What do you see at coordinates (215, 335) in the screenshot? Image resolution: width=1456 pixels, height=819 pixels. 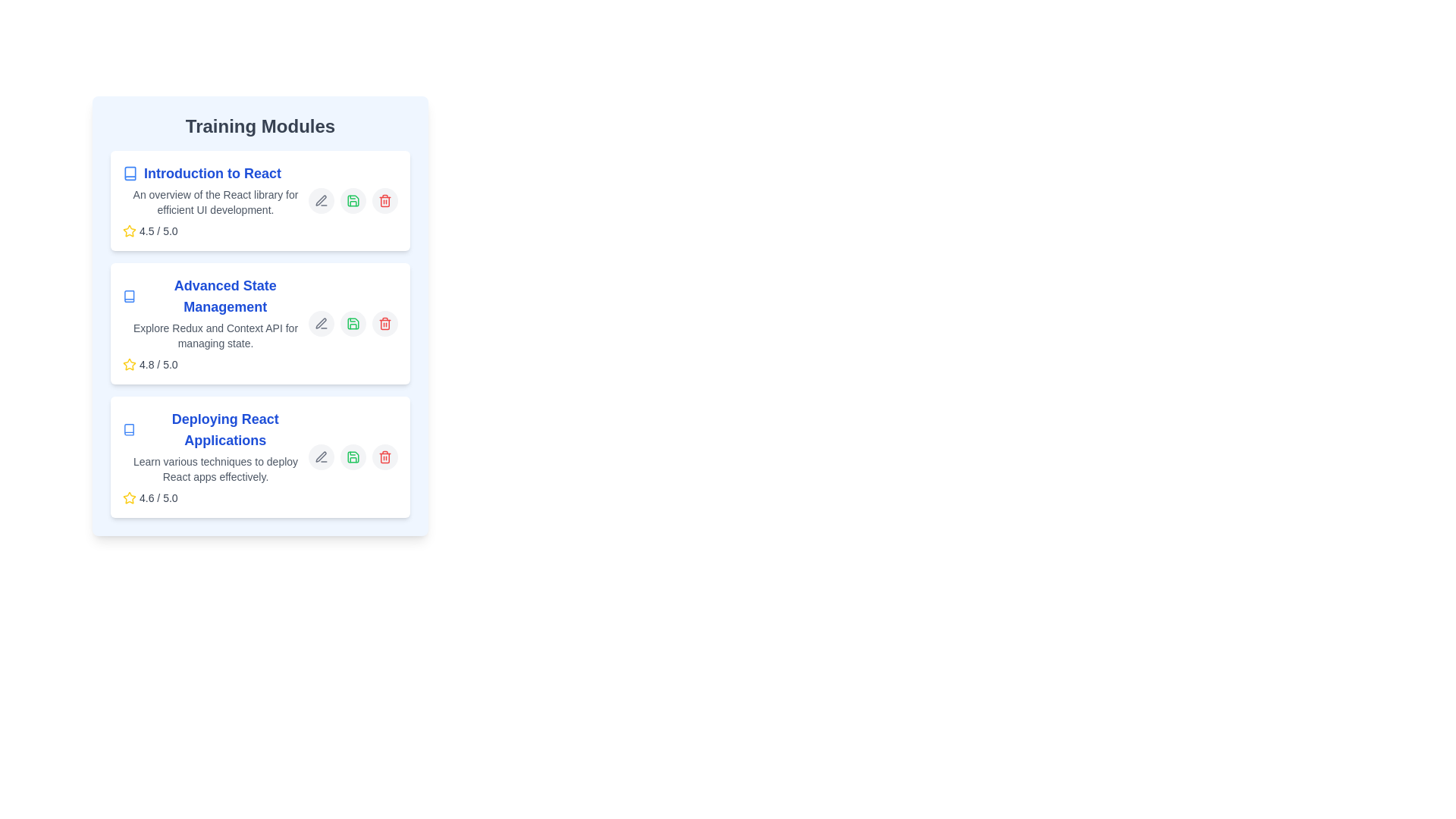 I see `descriptive text about the module 'Advanced State Management', which is positioned beneath the header and aligned within the second card component` at bounding box center [215, 335].